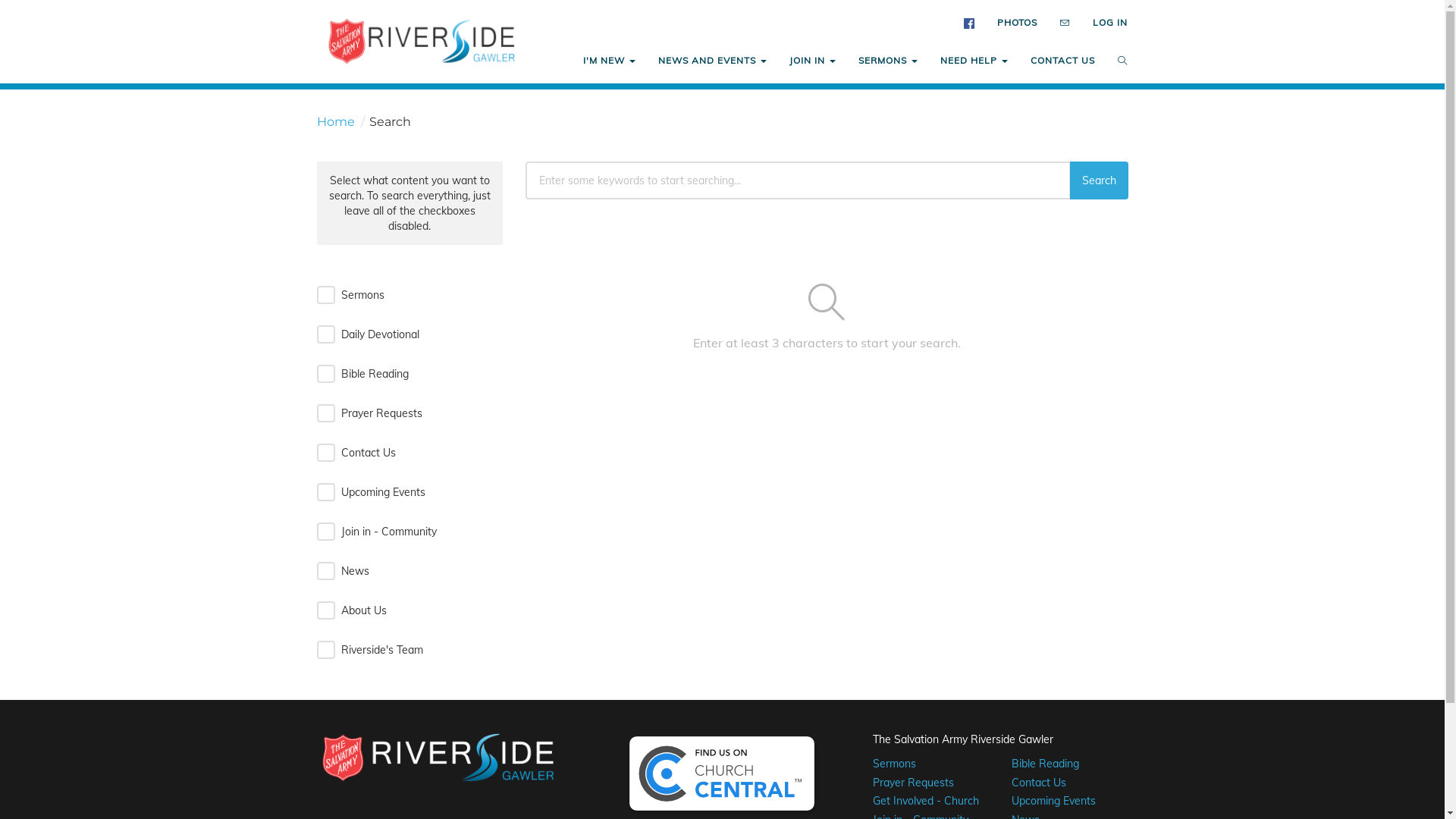 The height and width of the screenshot is (819, 1456). Describe the element at coordinates (334, 121) in the screenshot. I see `'Home'` at that location.